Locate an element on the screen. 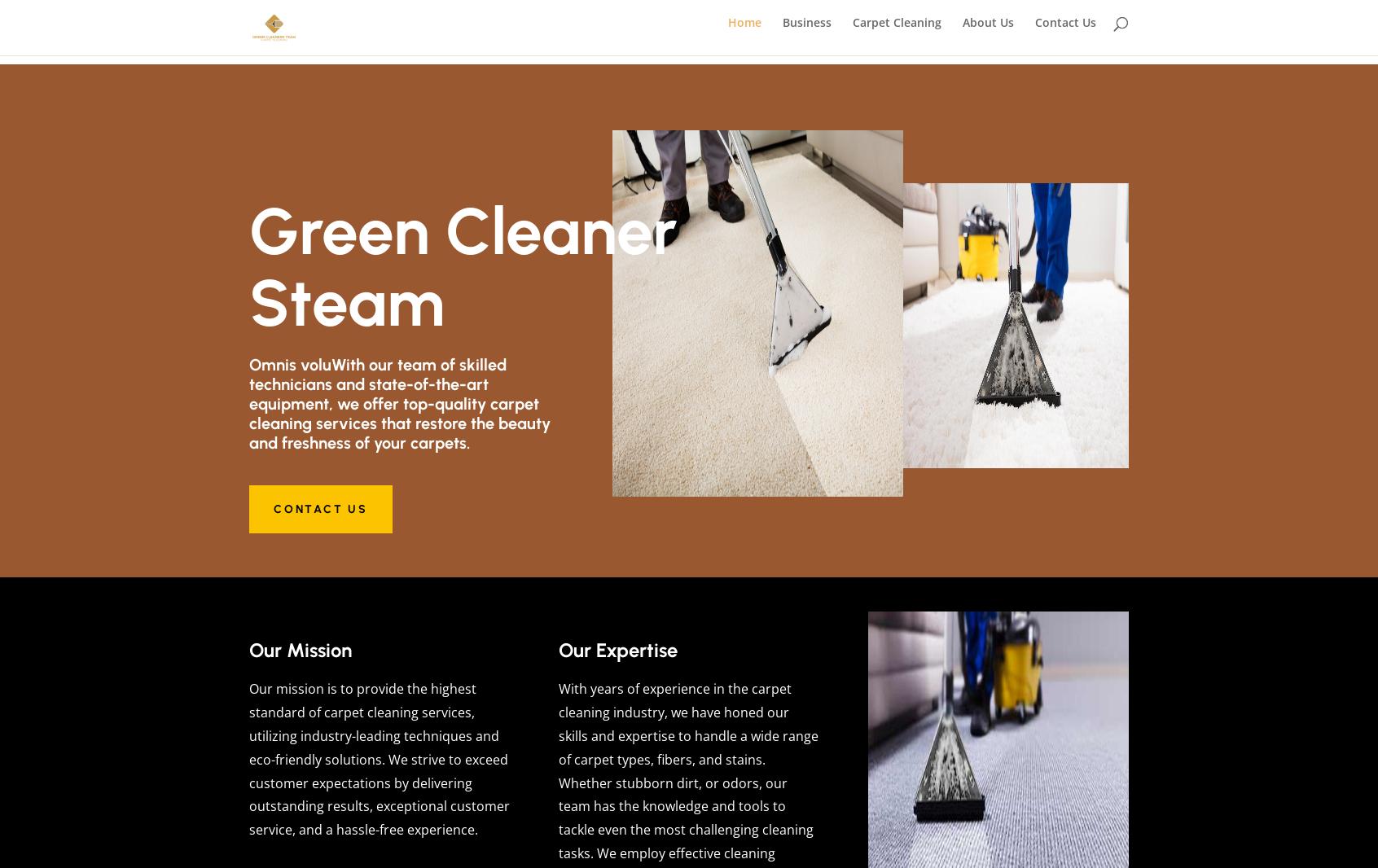 This screenshot has height=868, width=1378. 'Green Cleaner Steam' is located at coordinates (463, 267).